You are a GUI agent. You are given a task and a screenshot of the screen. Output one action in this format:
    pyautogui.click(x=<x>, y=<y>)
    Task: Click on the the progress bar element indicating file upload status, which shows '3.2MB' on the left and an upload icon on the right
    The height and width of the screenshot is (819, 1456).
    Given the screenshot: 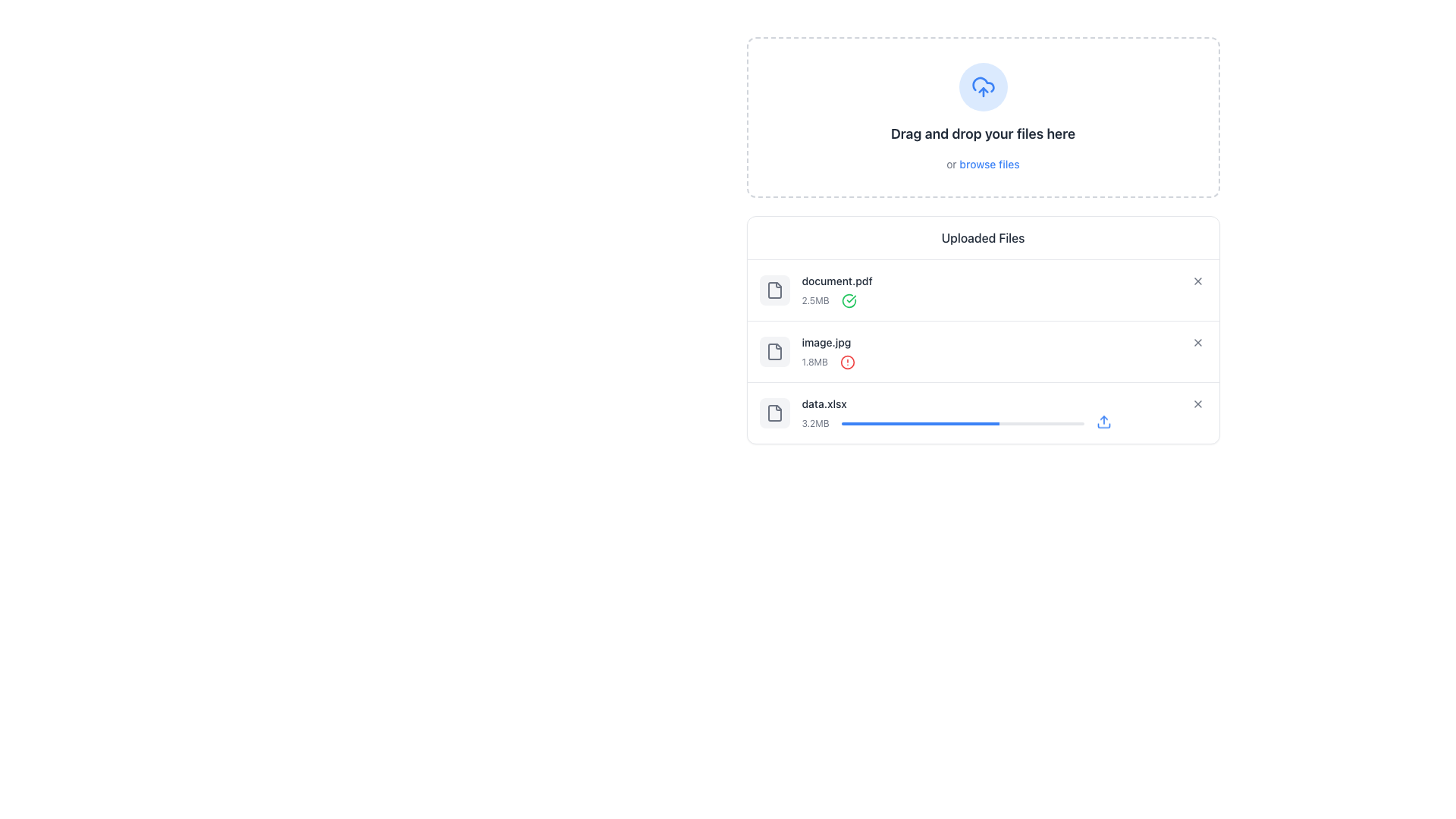 What is the action you would take?
    pyautogui.click(x=1004, y=424)
    